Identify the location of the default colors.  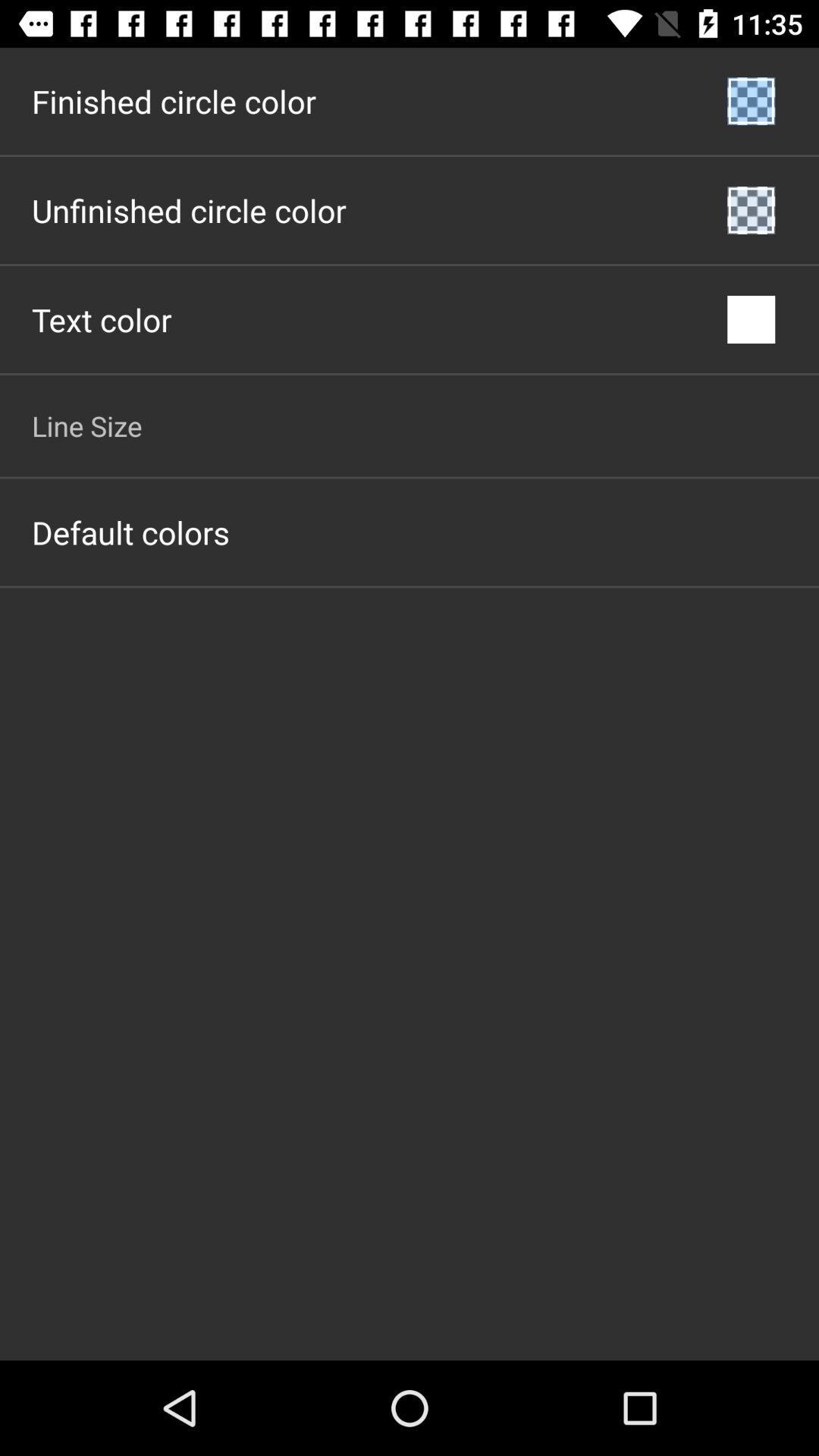
(130, 532).